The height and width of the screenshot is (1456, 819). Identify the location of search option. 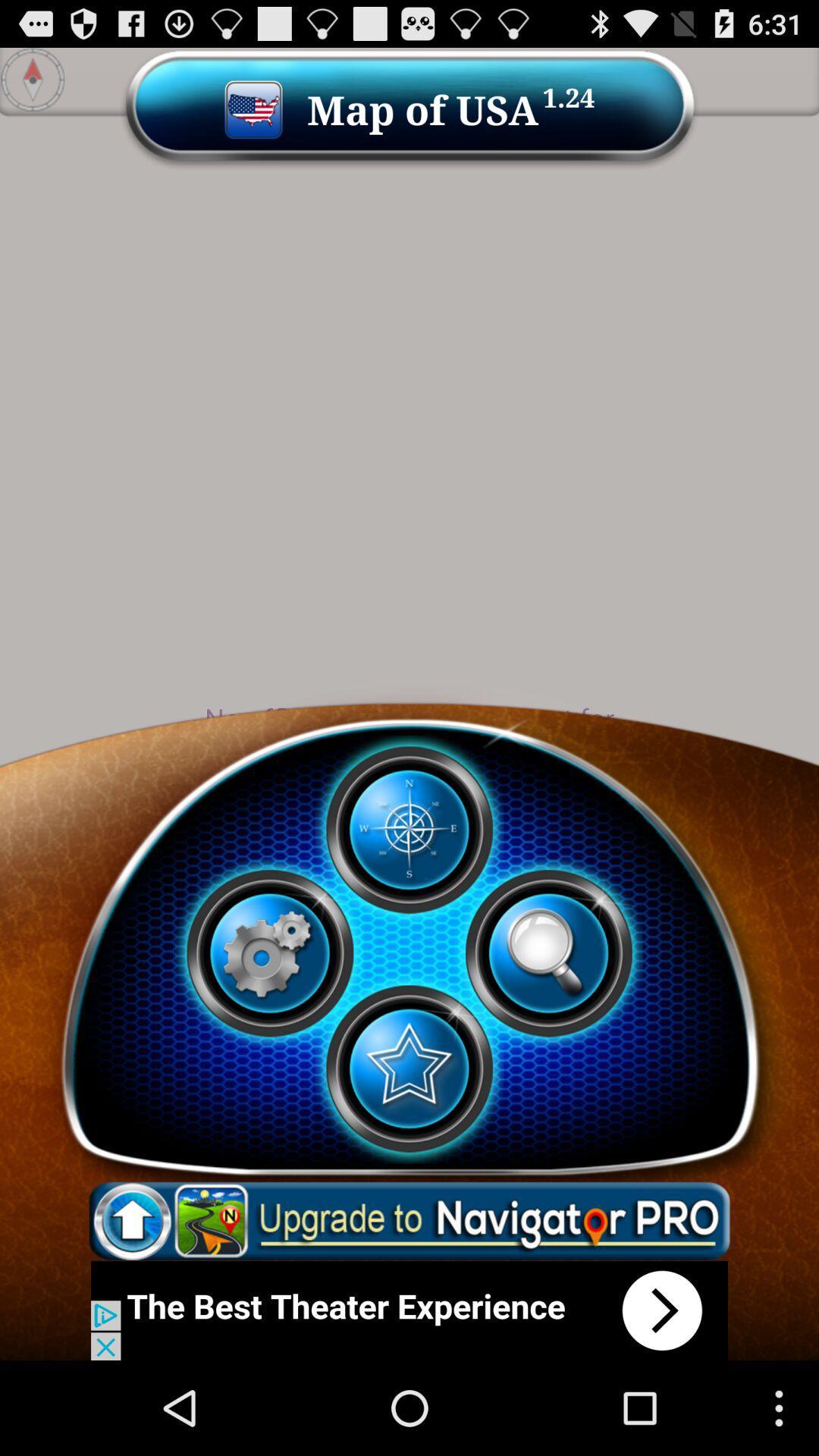
(548, 952).